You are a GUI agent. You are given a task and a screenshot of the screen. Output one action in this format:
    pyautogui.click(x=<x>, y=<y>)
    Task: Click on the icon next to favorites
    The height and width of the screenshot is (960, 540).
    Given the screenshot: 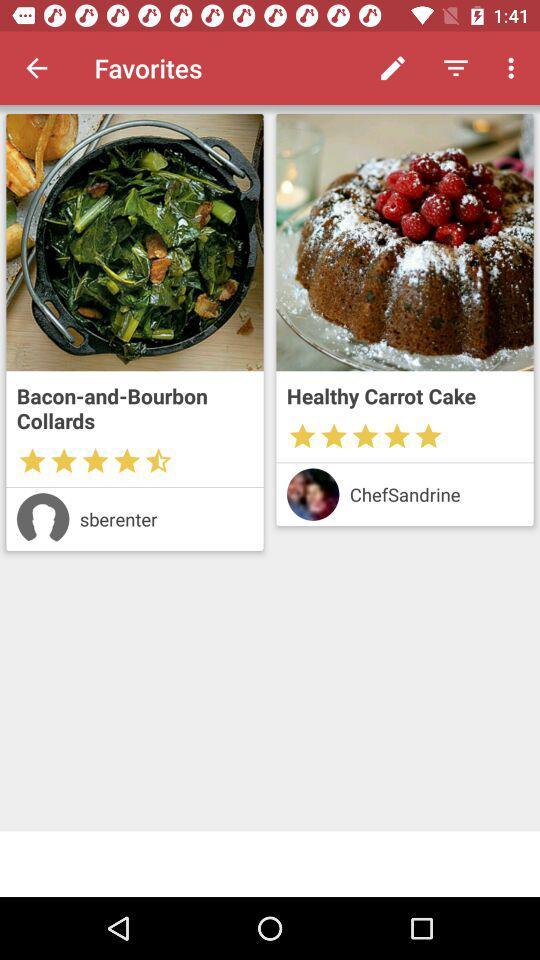 What is the action you would take?
    pyautogui.click(x=393, y=68)
    